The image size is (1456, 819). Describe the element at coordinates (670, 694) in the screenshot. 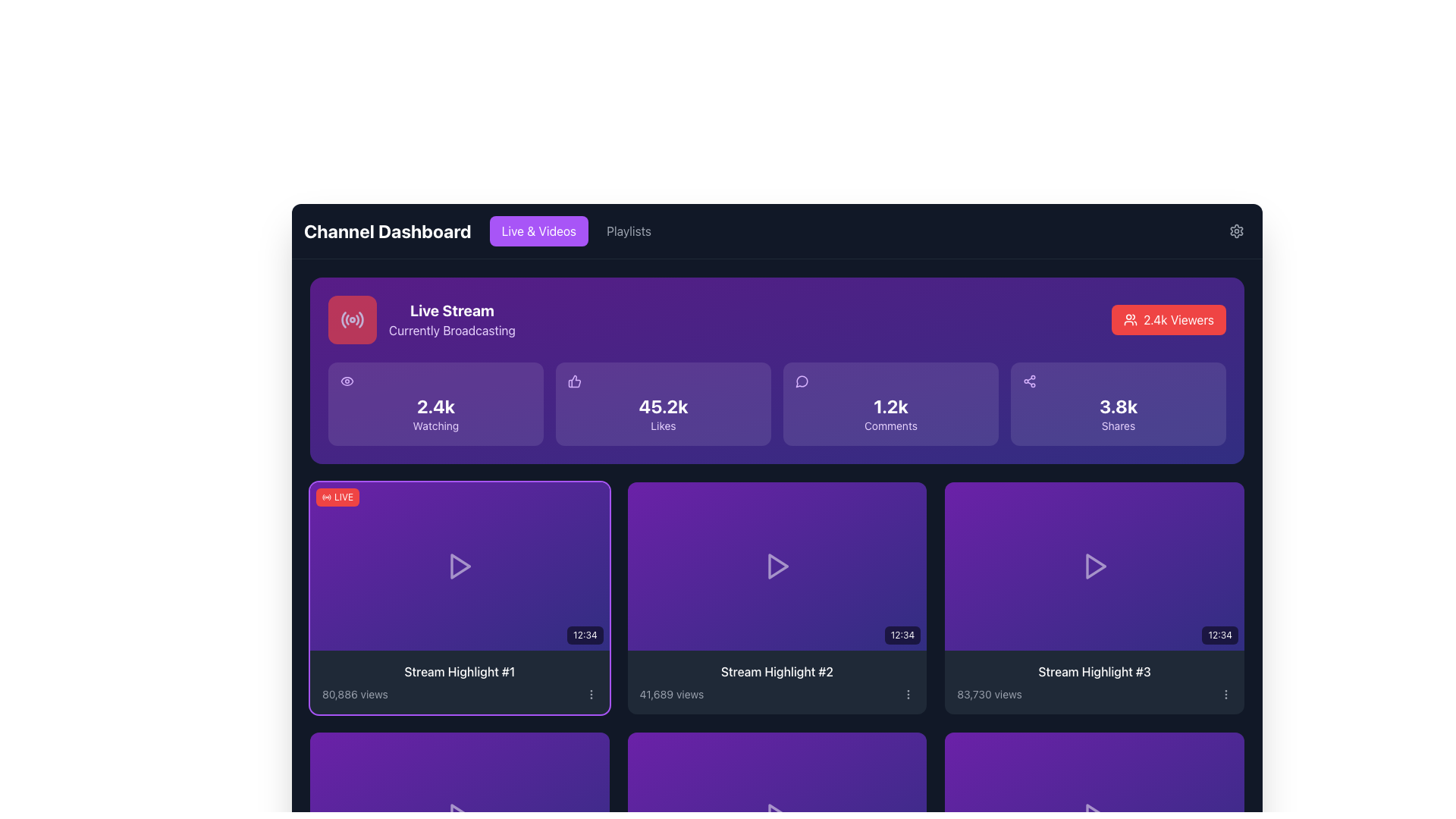

I see `text content of the gray-colored textual display that shows '41,689 views' in the bottom-right section of the video thumbnail titled 'Stream Highlight #2'` at that location.